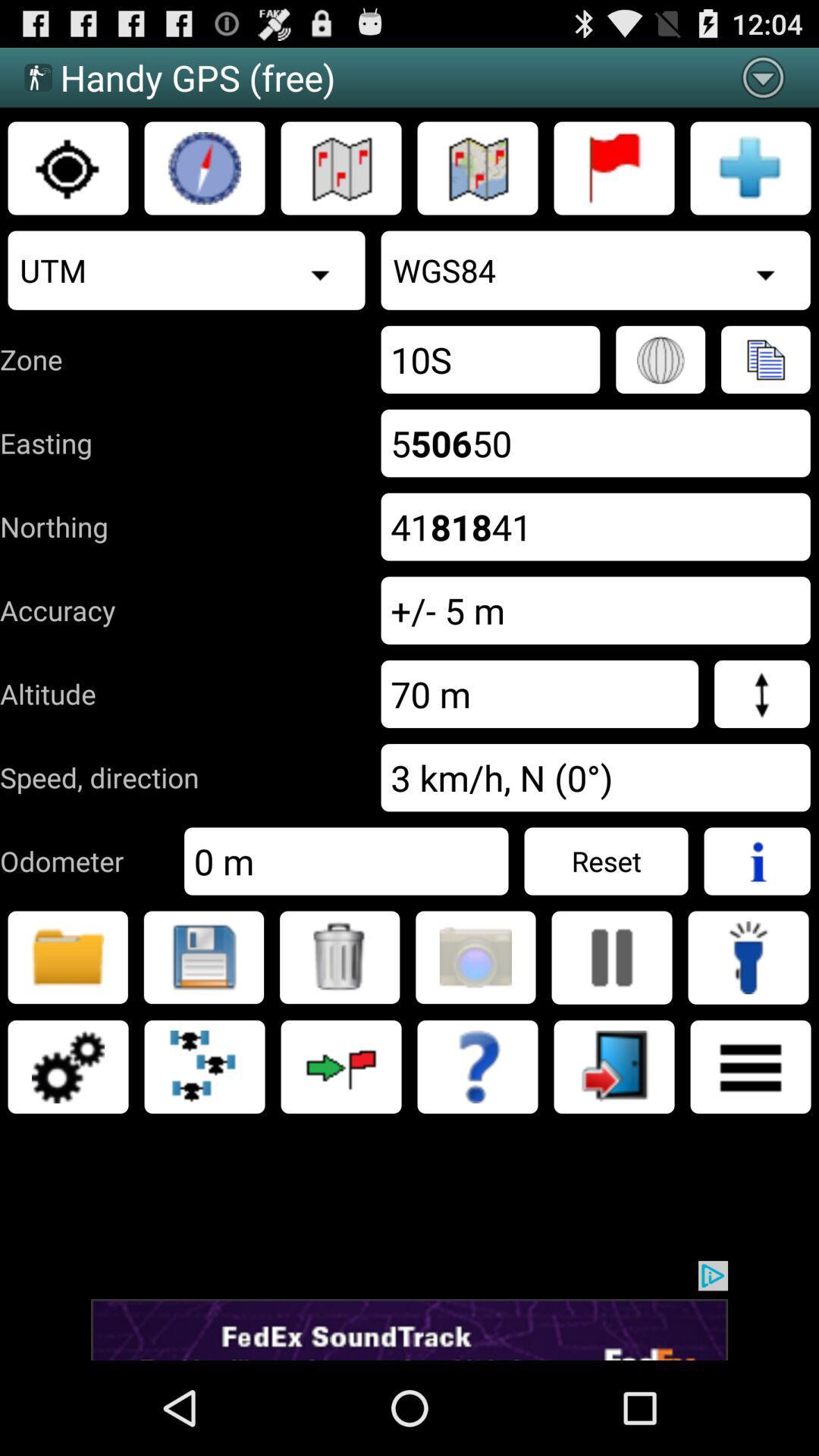 This screenshot has width=819, height=1456. I want to click on show map, so click(476, 168).